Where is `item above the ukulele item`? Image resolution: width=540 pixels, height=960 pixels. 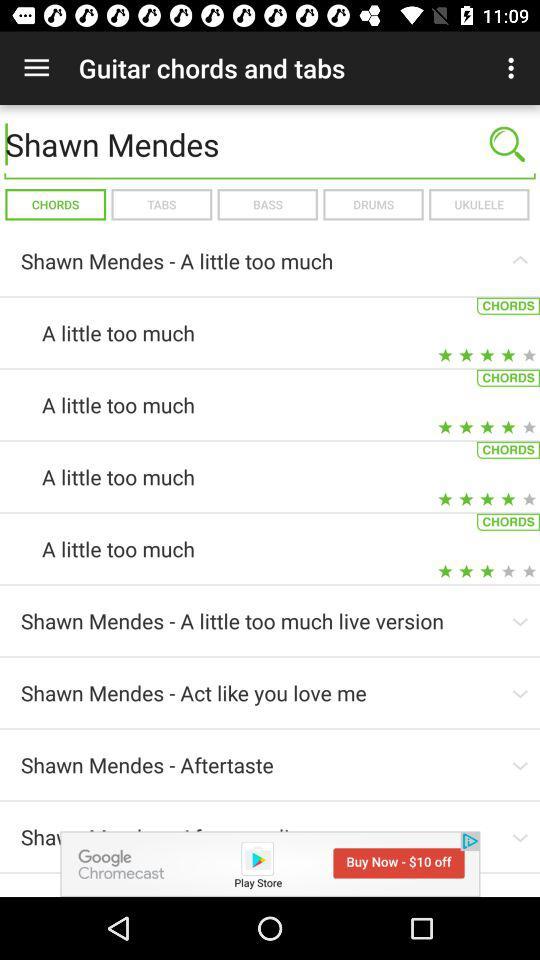 item above the ukulele item is located at coordinates (507, 143).